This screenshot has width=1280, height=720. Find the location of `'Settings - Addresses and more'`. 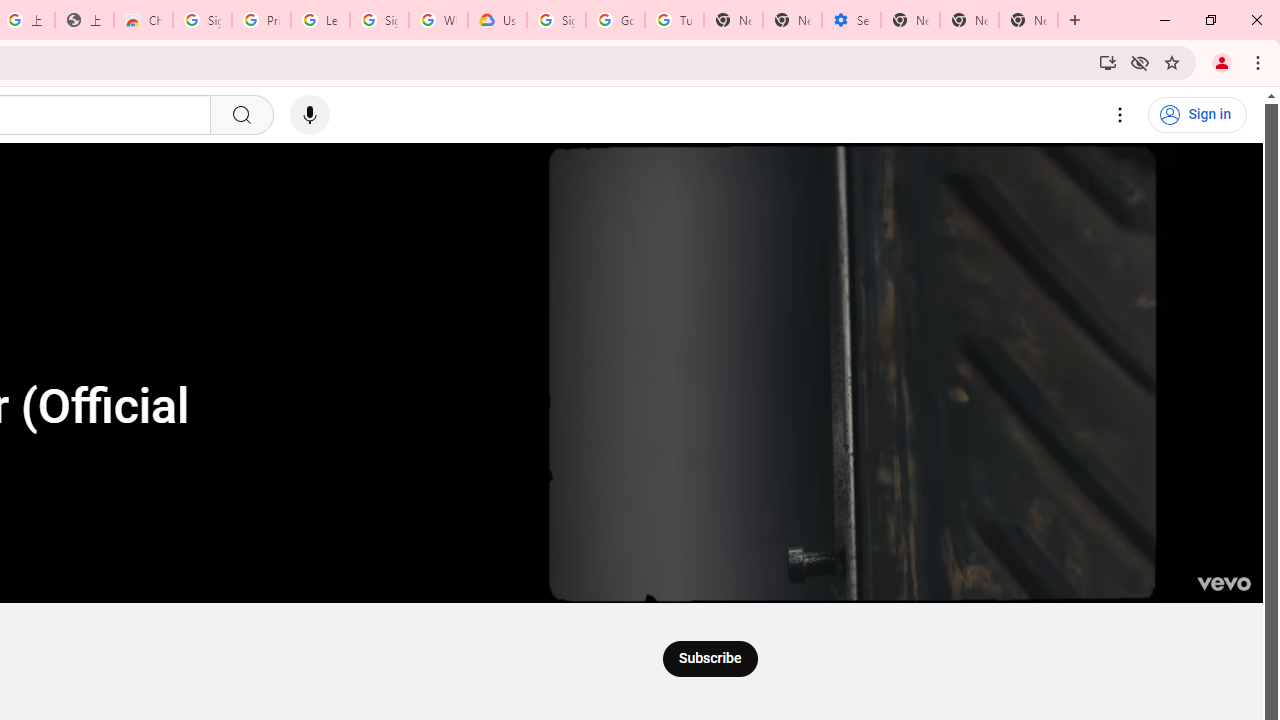

'Settings - Addresses and more' is located at coordinates (851, 20).